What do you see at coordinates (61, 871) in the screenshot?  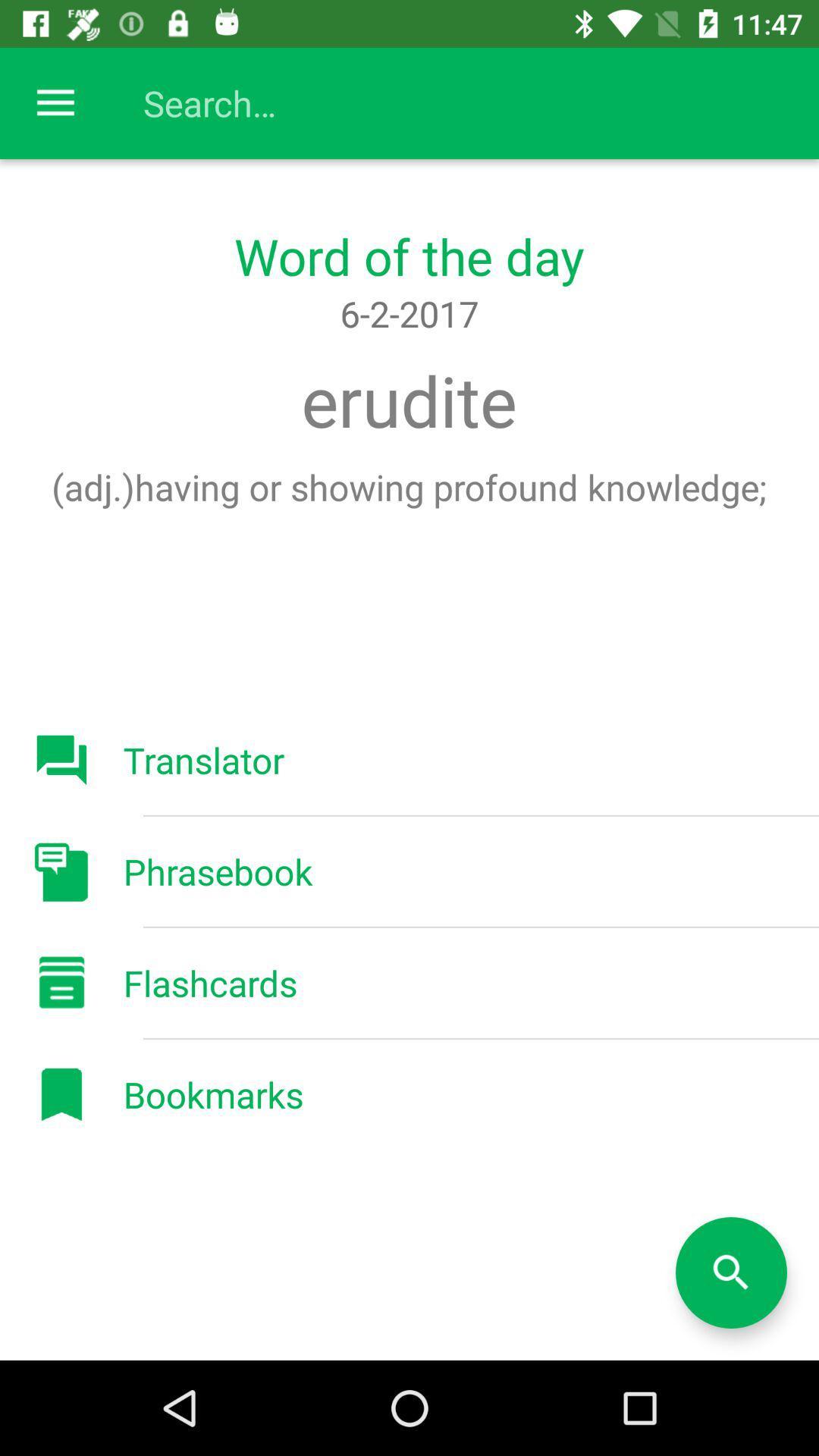 I see `the button phrasebook` at bounding box center [61, 871].